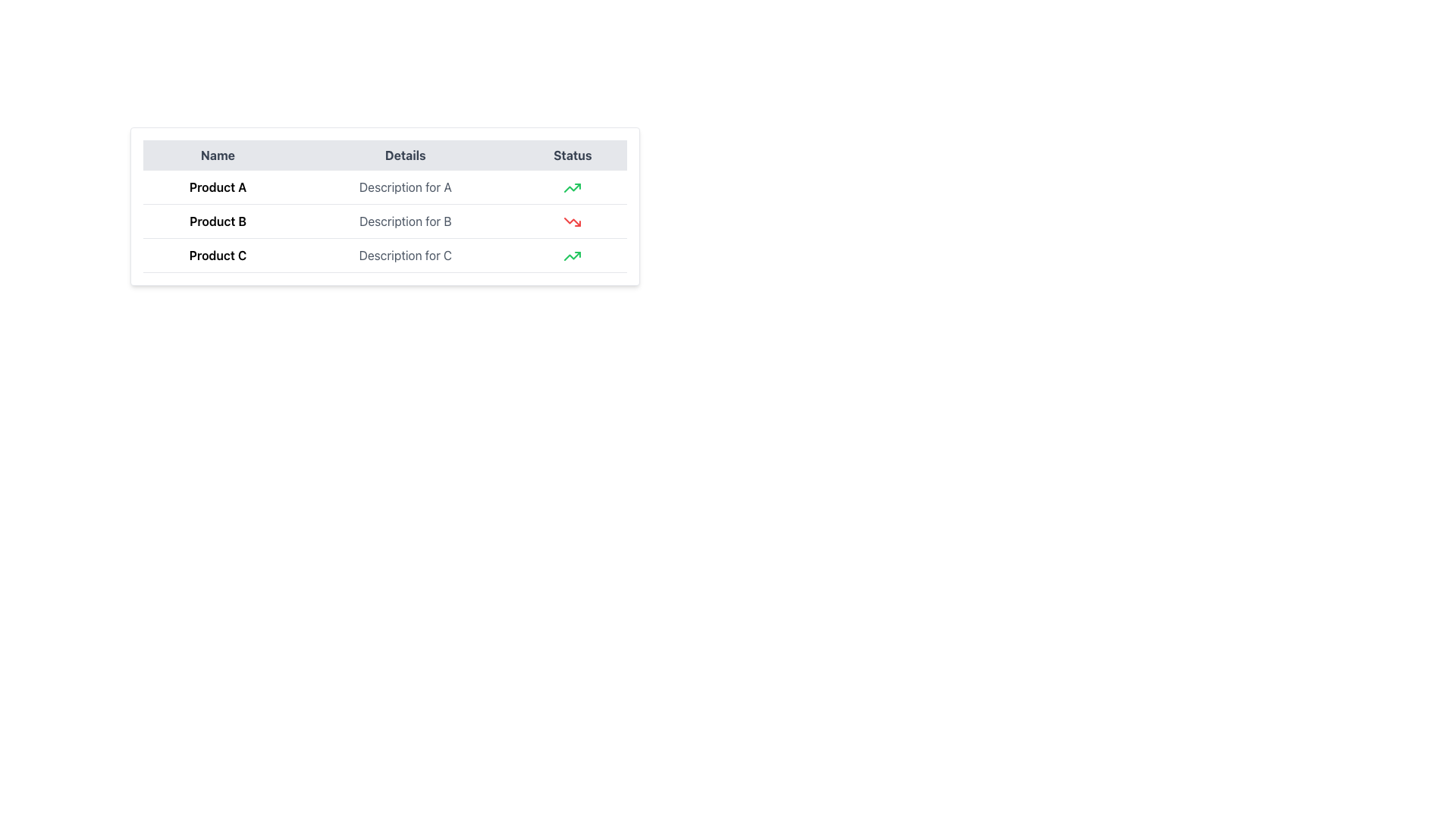 Image resolution: width=1456 pixels, height=819 pixels. What do you see at coordinates (572, 155) in the screenshot?
I see `the 'Status' header text label in the table layout, which is the third column following 'Name' and 'Details'` at bounding box center [572, 155].